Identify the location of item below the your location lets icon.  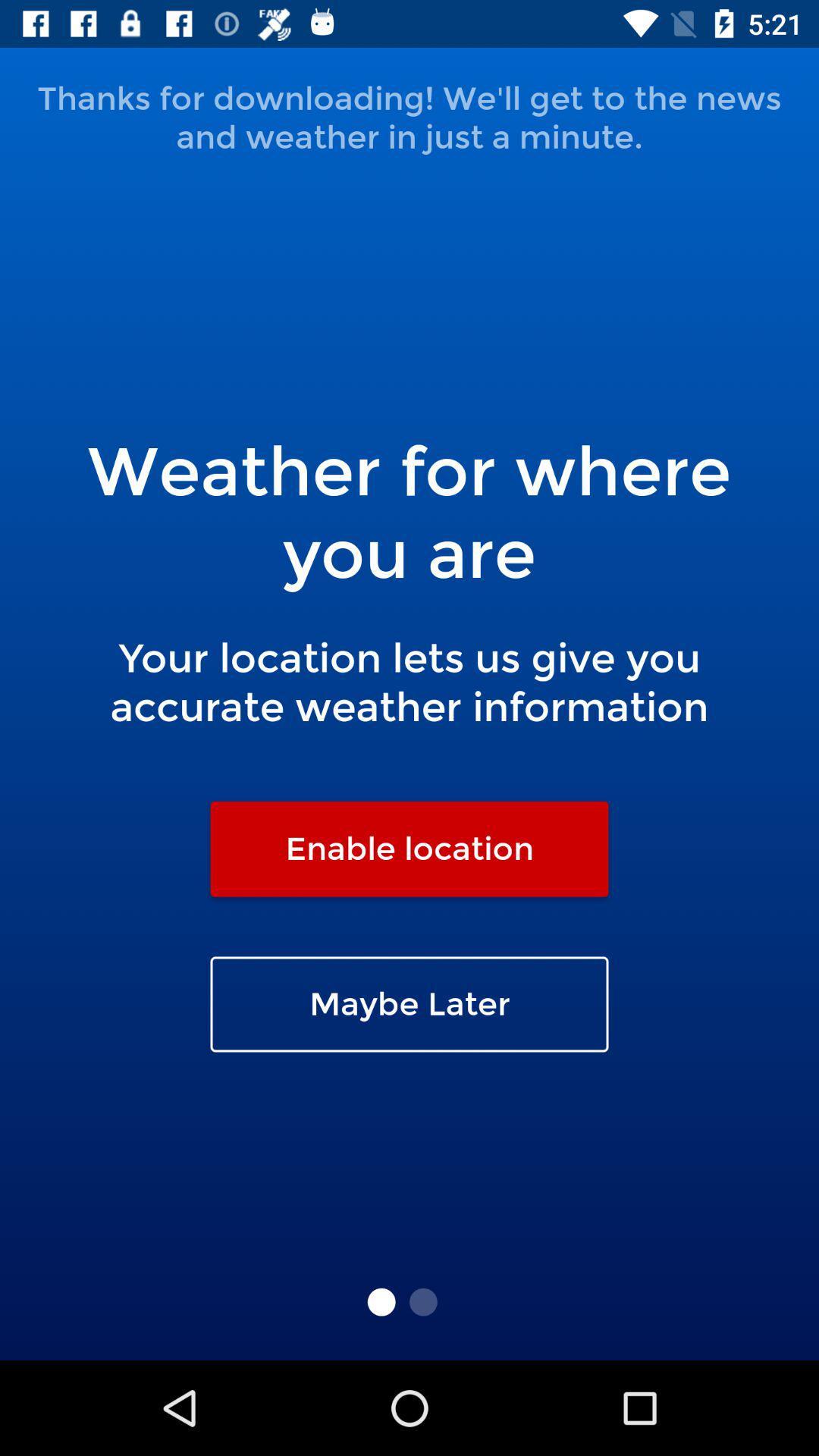
(409, 848).